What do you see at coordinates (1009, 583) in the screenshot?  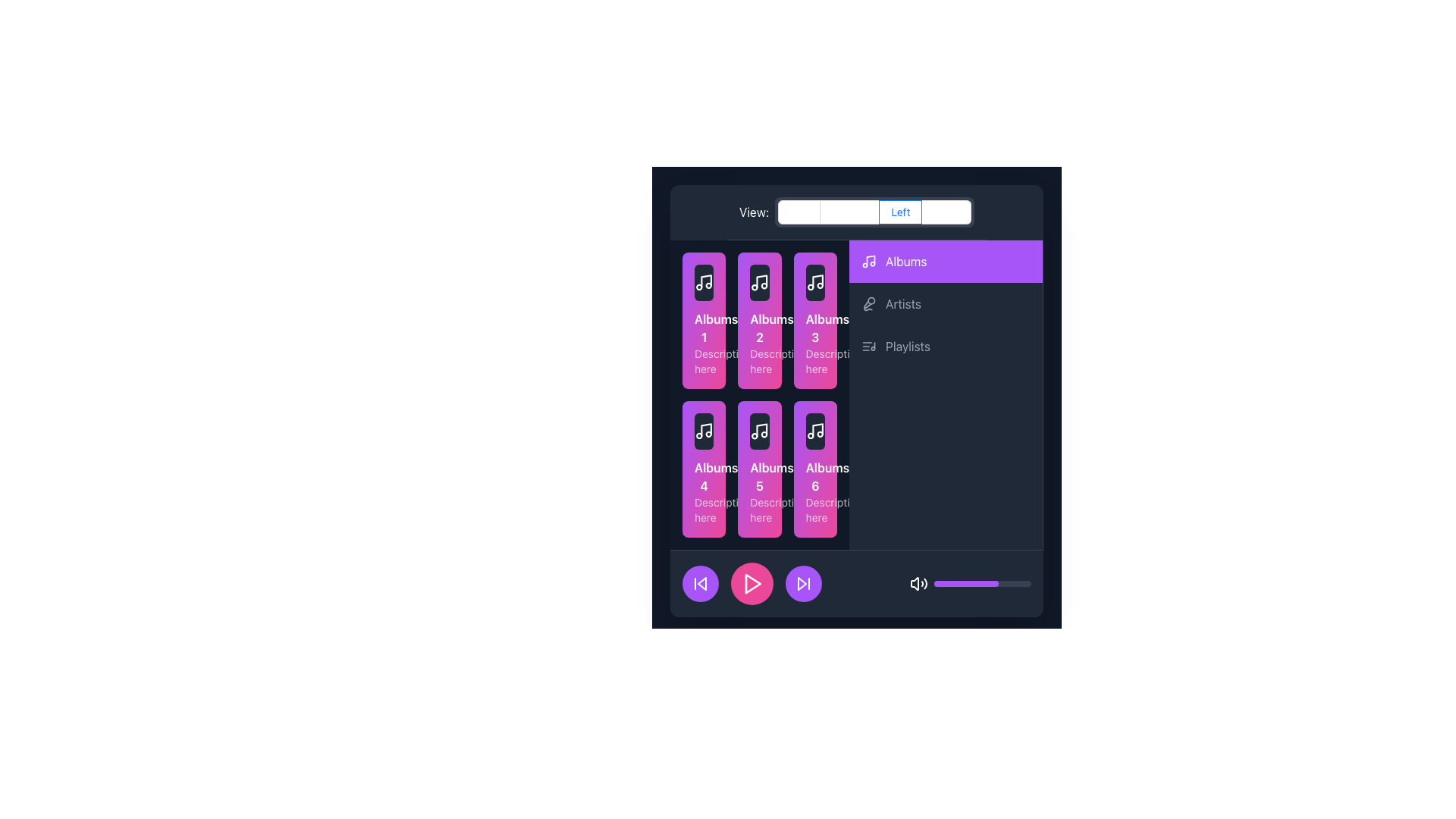 I see `the volume level` at bounding box center [1009, 583].